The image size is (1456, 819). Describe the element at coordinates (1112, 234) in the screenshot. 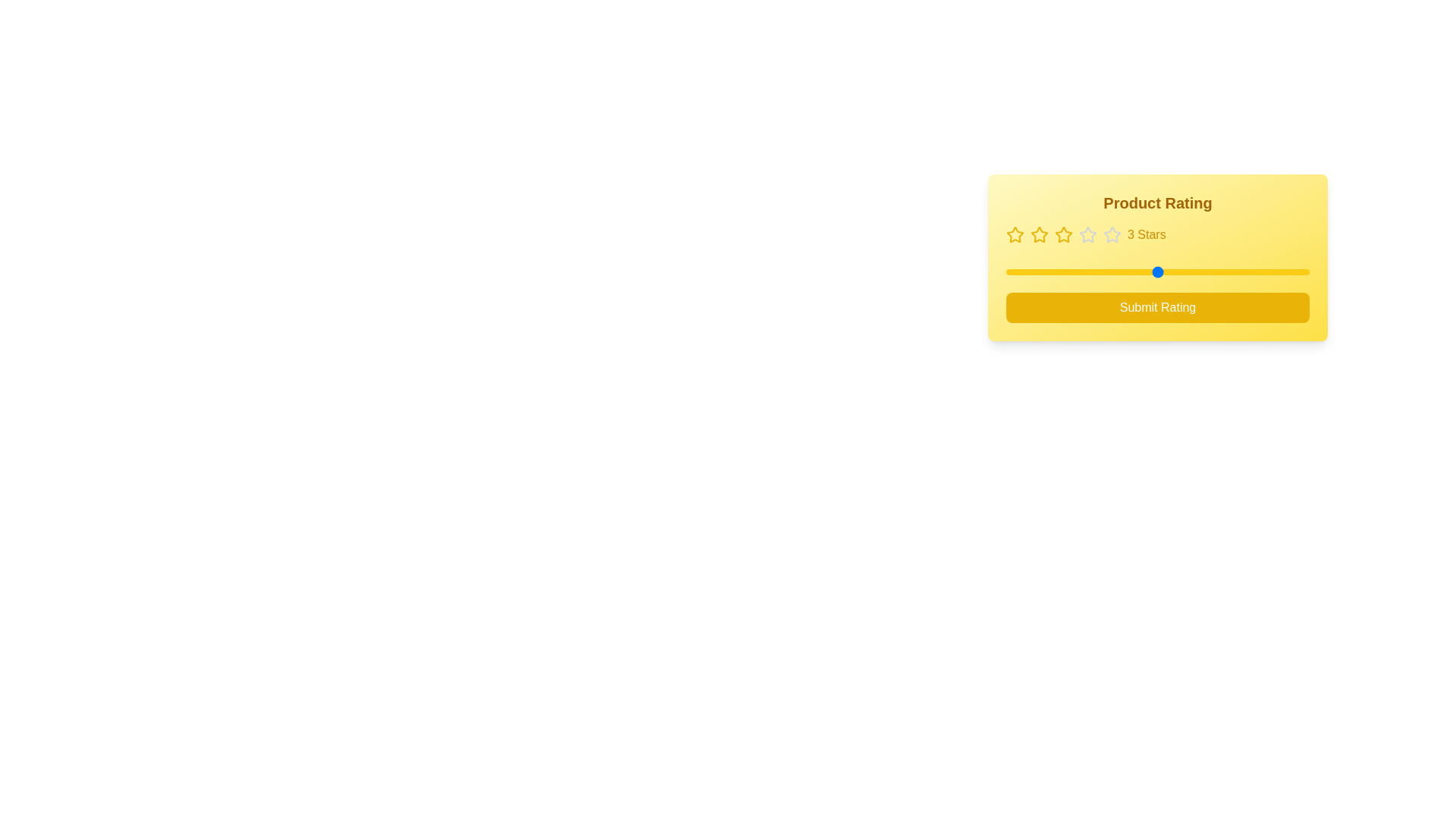

I see `the sixth star-shaped icon with a hollow core in the '3 Stars' section of the yellow card layout` at that location.